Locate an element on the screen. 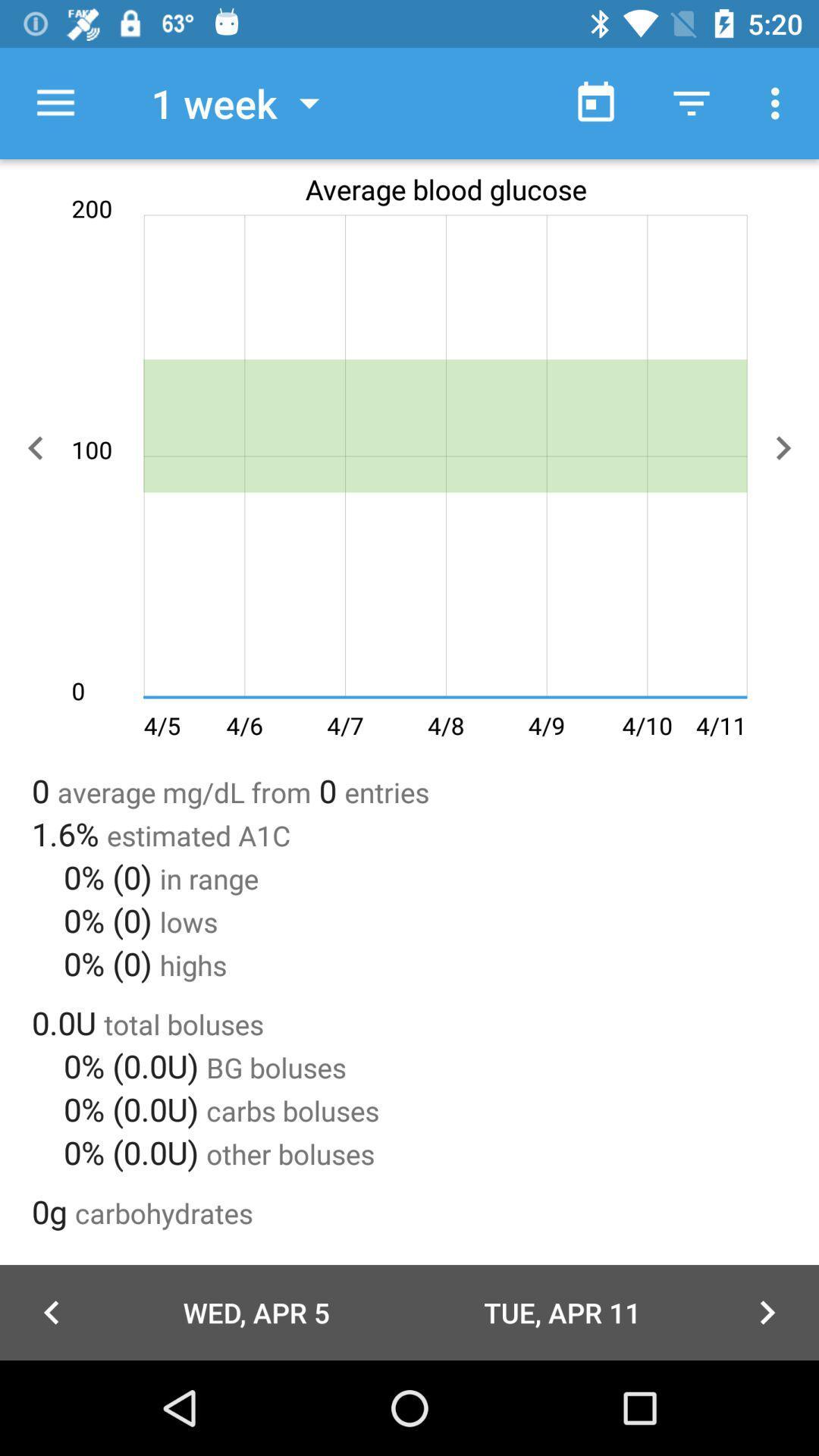 The image size is (819, 1456). icon to the right of 1 week icon is located at coordinates (595, 102).